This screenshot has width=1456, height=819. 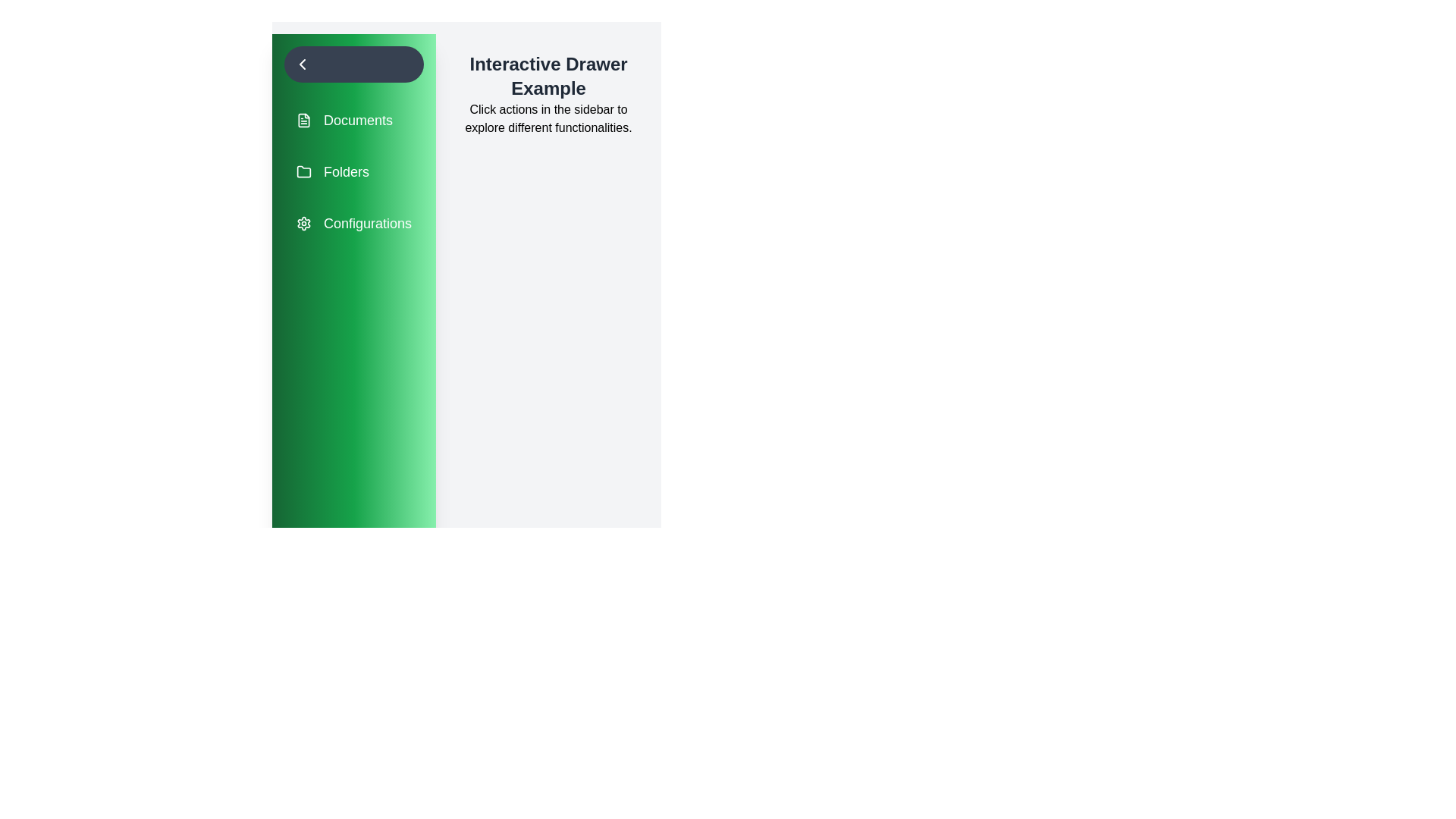 What do you see at coordinates (353, 171) in the screenshot?
I see `the menu item labeled 'Folders' to highlight it` at bounding box center [353, 171].